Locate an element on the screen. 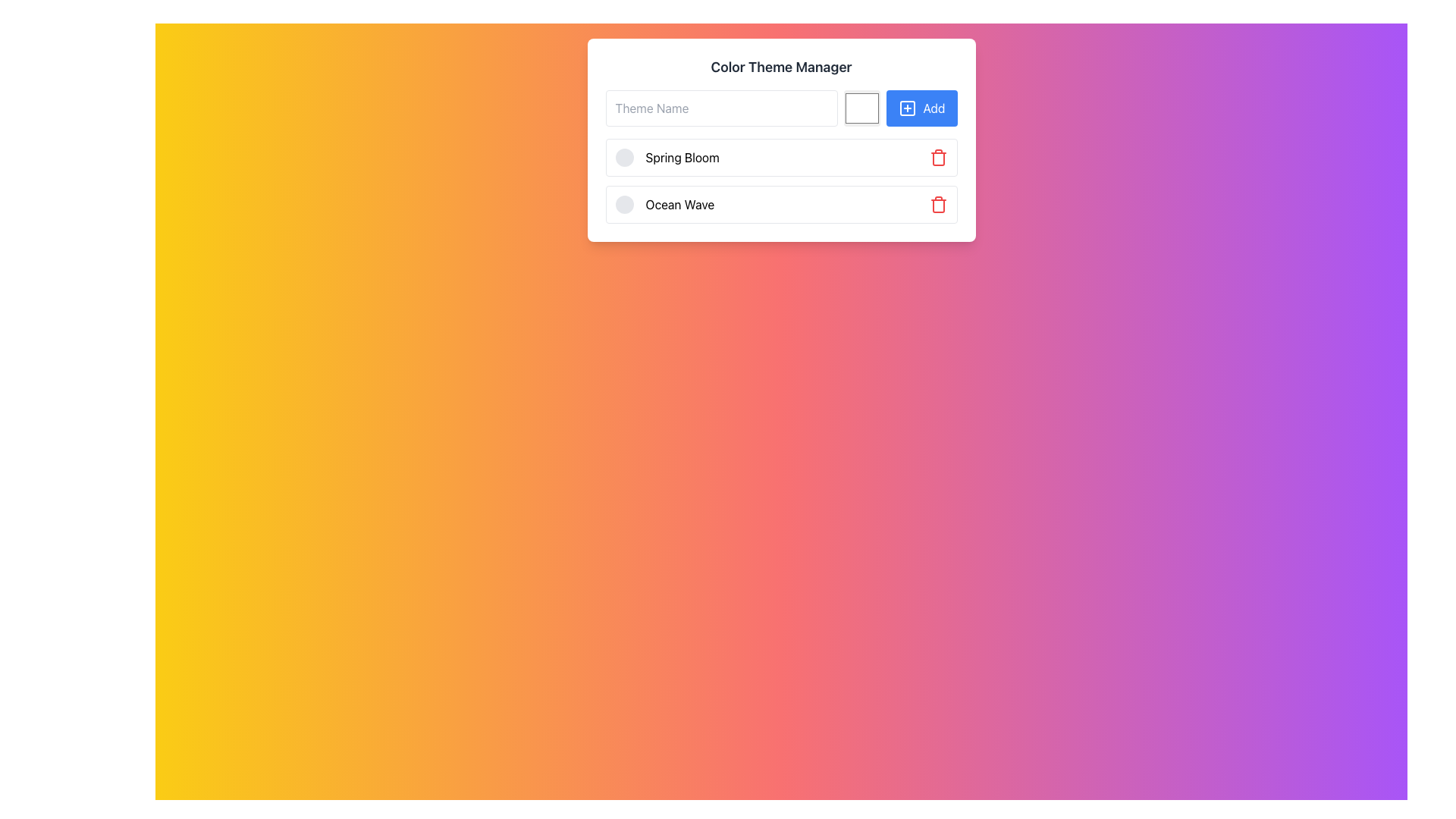 This screenshot has width=1456, height=819. the available themes in the List Component of the Color Theme Manager, which includes 'Spring Bloom' and 'Ocean Wave' is located at coordinates (781, 180).